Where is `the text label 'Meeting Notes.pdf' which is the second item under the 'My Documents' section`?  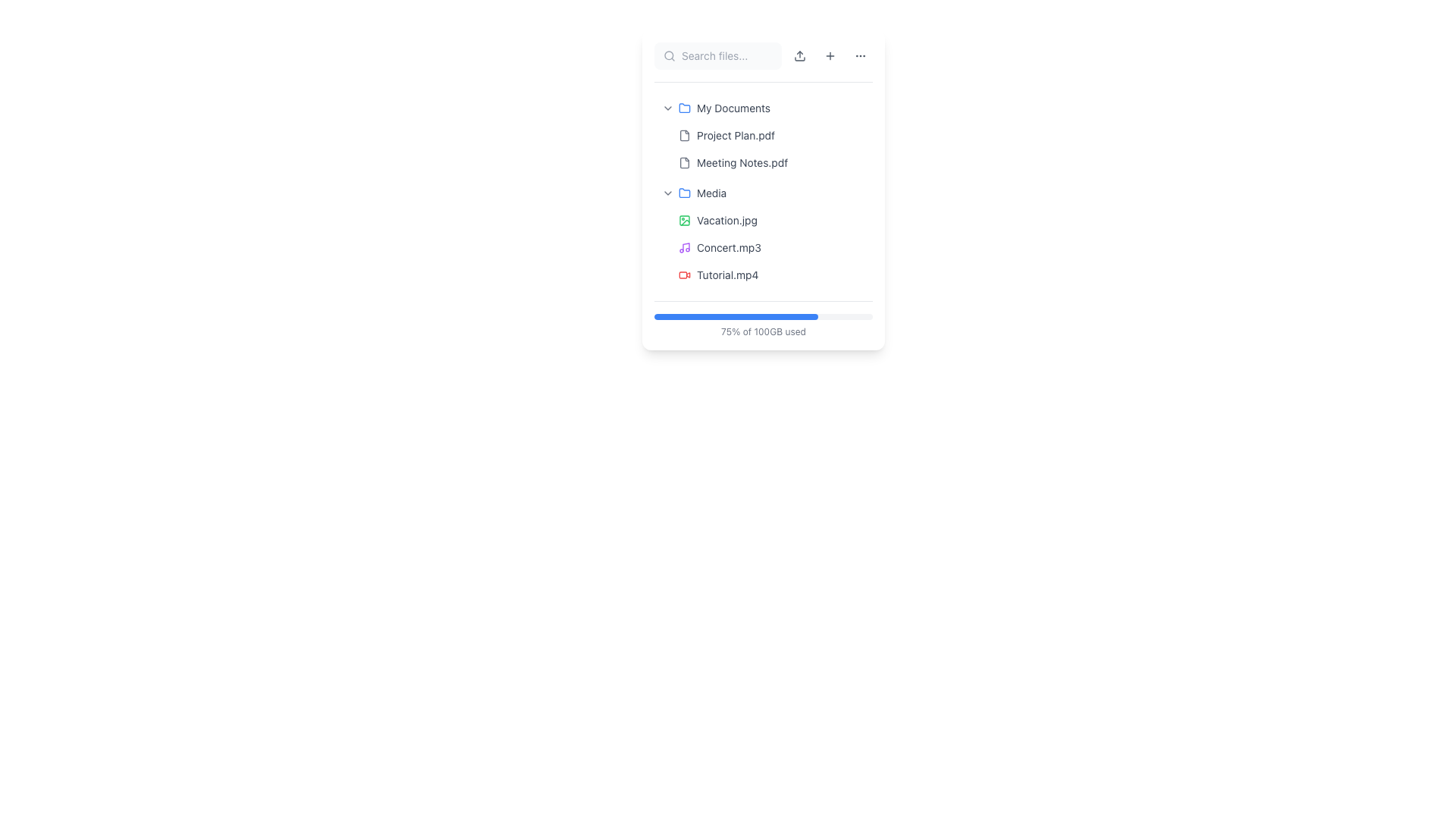
the text label 'Meeting Notes.pdf' which is the second item under the 'My Documents' section is located at coordinates (742, 163).